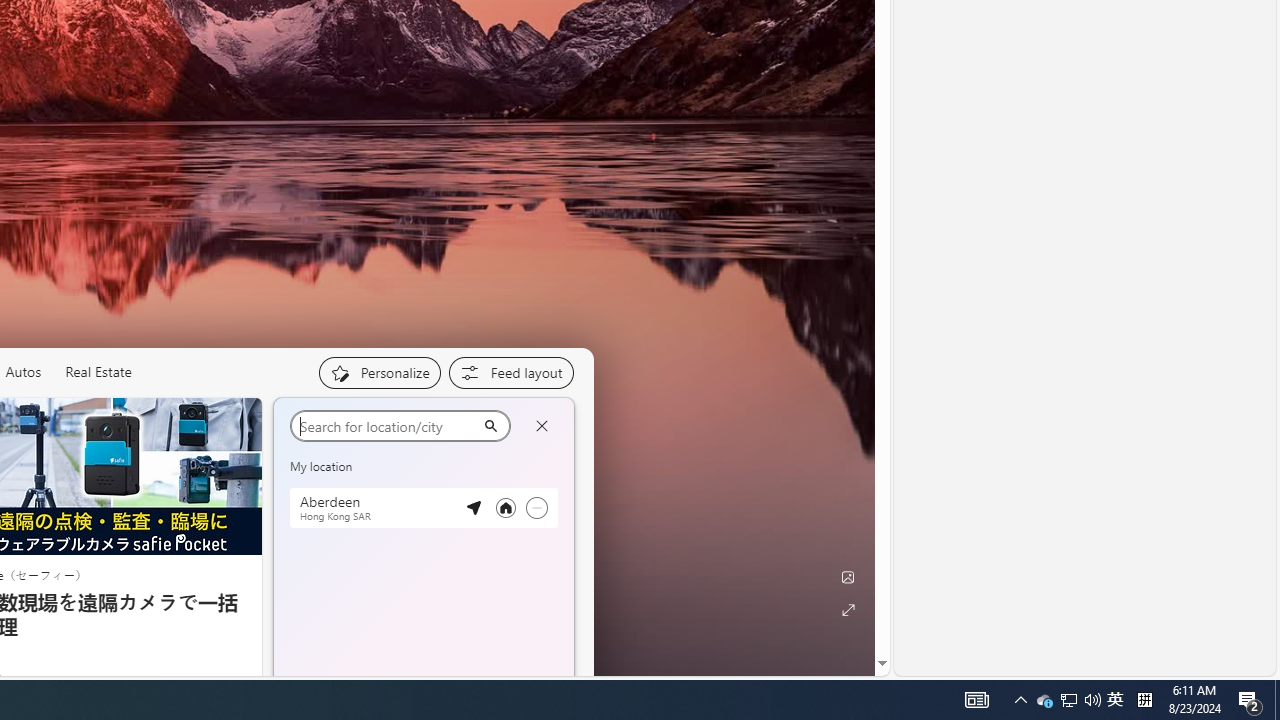  Describe the element at coordinates (97, 371) in the screenshot. I see `'Real Estate'` at that location.